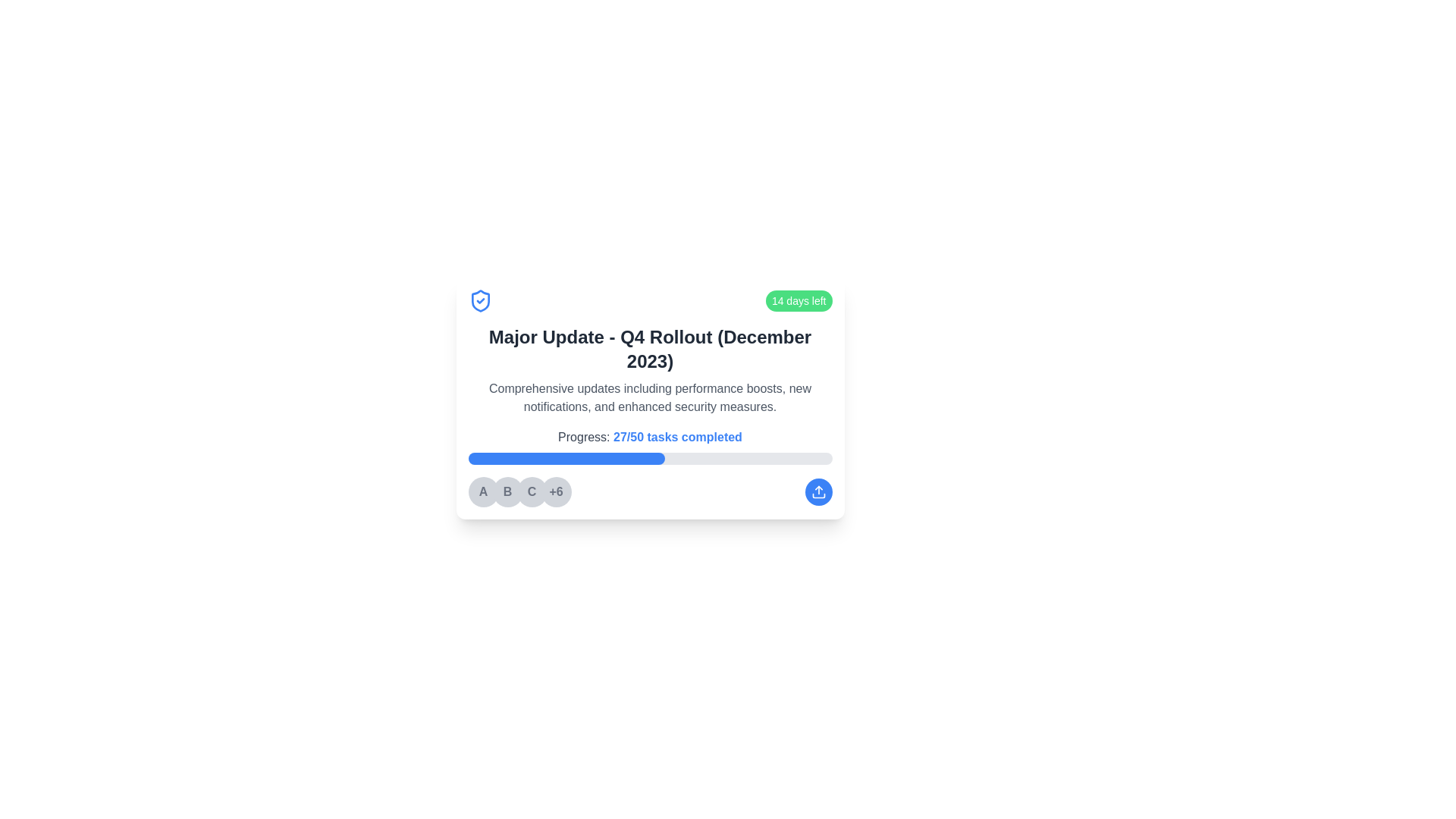  Describe the element at coordinates (566, 458) in the screenshot. I see `the progress bar that visually indicates the completion of a task, which occupies around 54% of the total length of the larger horizontal progress bar` at that location.